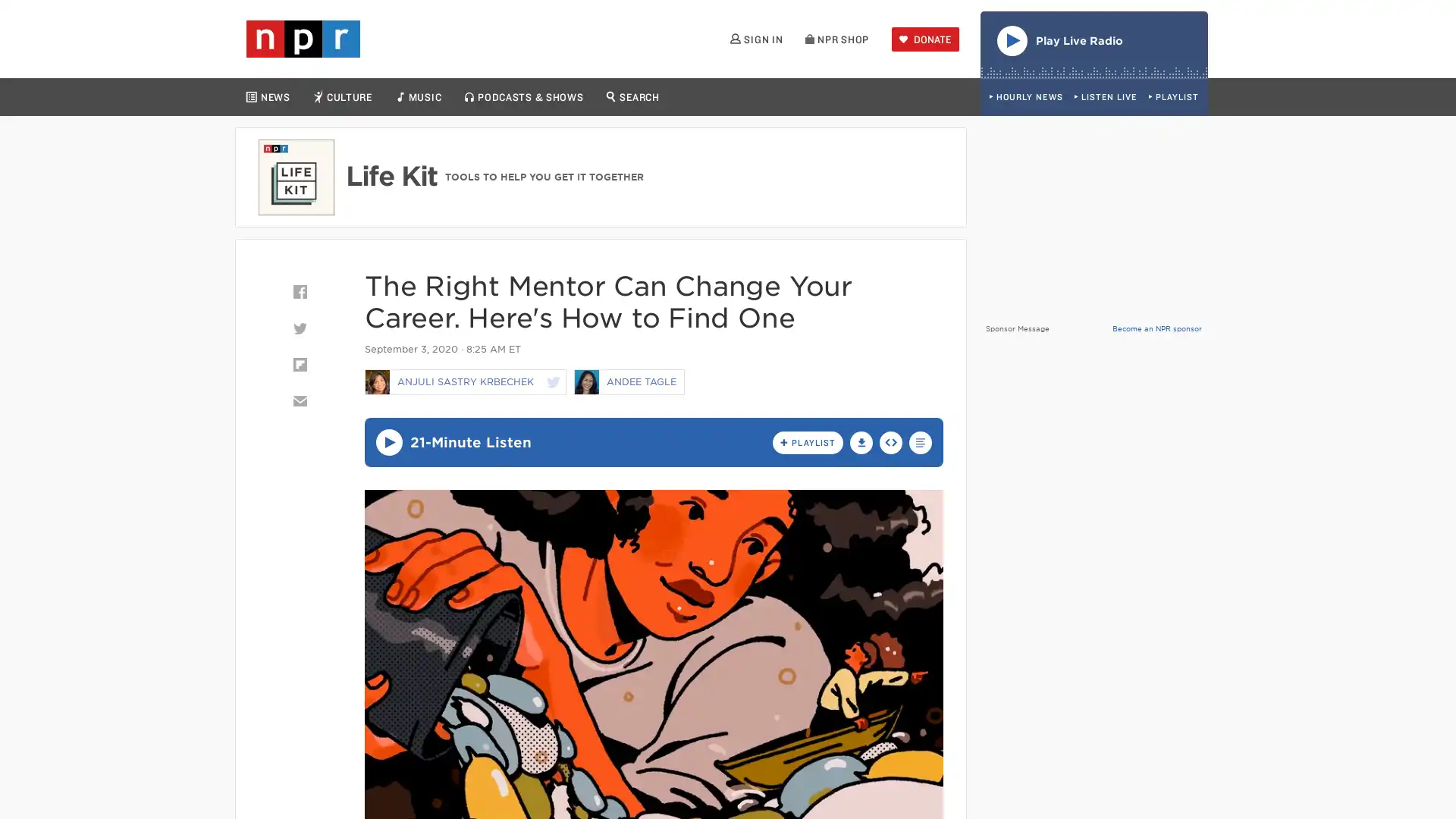 The image size is (1456, 819). What do you see at coordinates (1172, 97) in the screenshot?
I see `PLAYLIST` at bounding box center [1172, 97].